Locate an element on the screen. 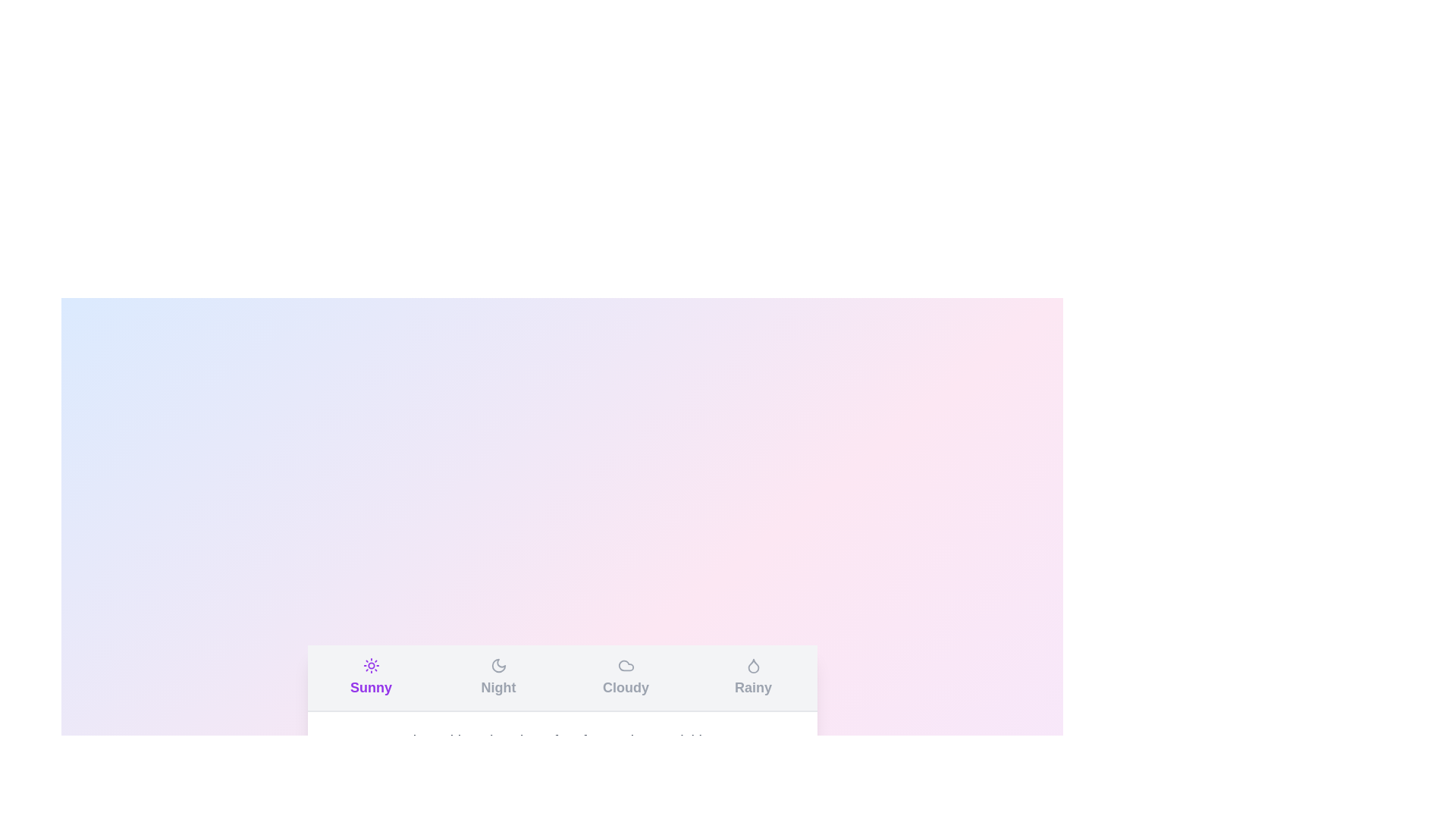 This screenshot has height=819, width=1456. the tab labeled Cloudy to switch to the respective weather condition is located at coordinates (626, 677).